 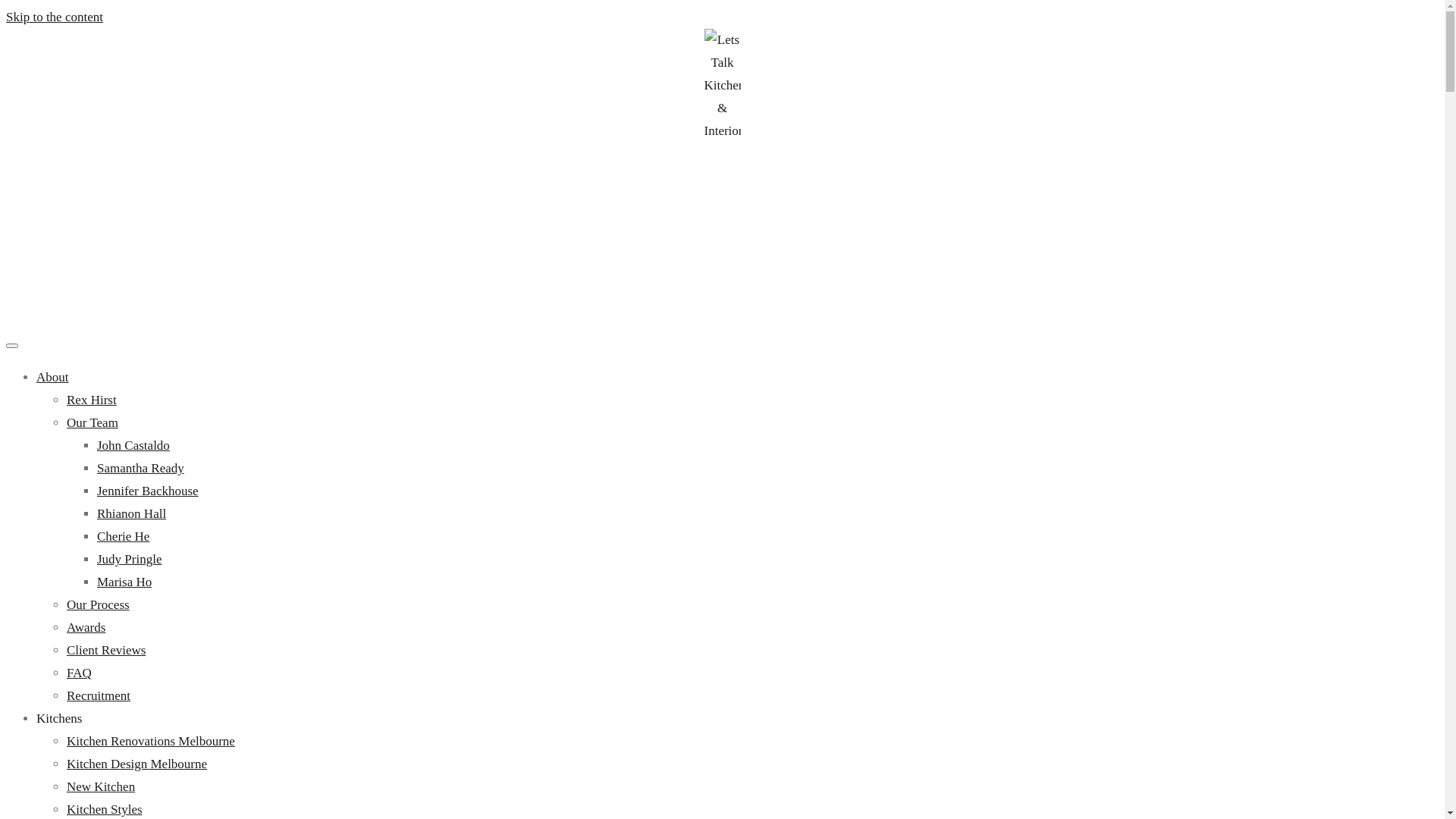 What do you see at coordinates (131, 513) in the screenshot?
I see `'Rhianon Hall'` at bounding box center [131, 513].